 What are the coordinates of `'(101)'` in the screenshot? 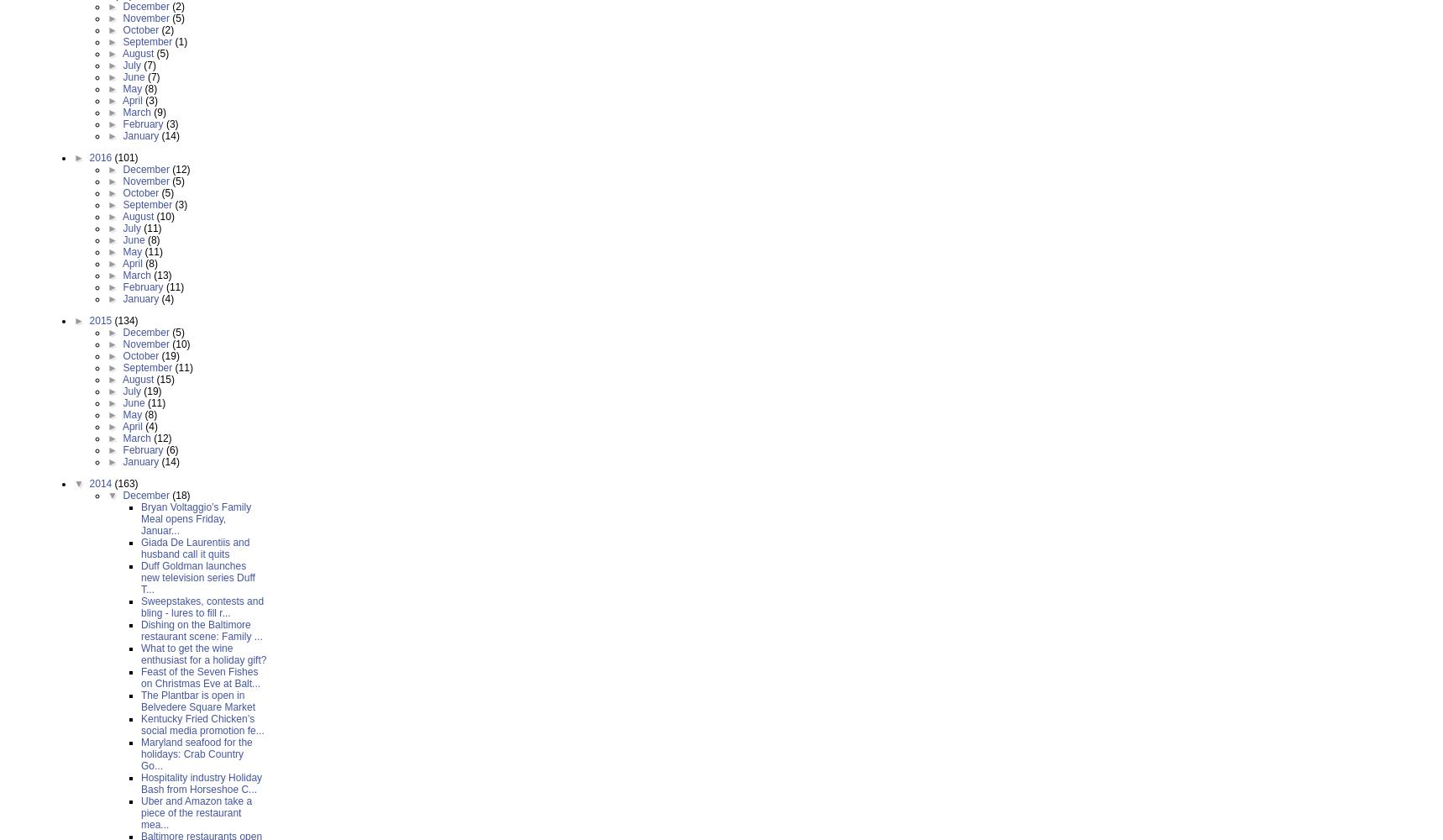 It's located at (114, 158).